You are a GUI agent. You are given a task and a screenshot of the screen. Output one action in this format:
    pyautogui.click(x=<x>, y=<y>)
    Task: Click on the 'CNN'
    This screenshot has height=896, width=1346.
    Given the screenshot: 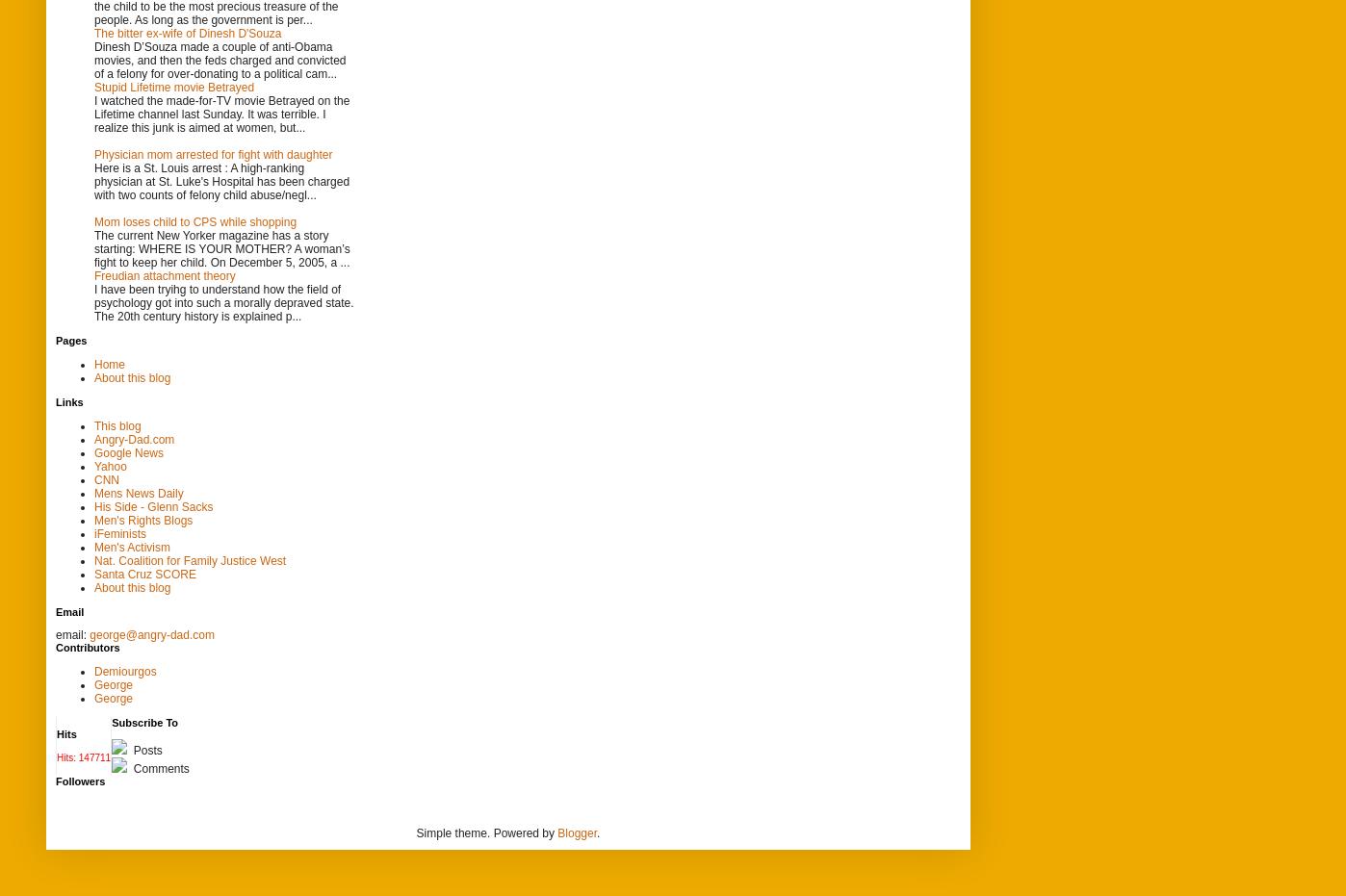 What is the action you would take?
    pyautogui.click(x=107, y=478)
    